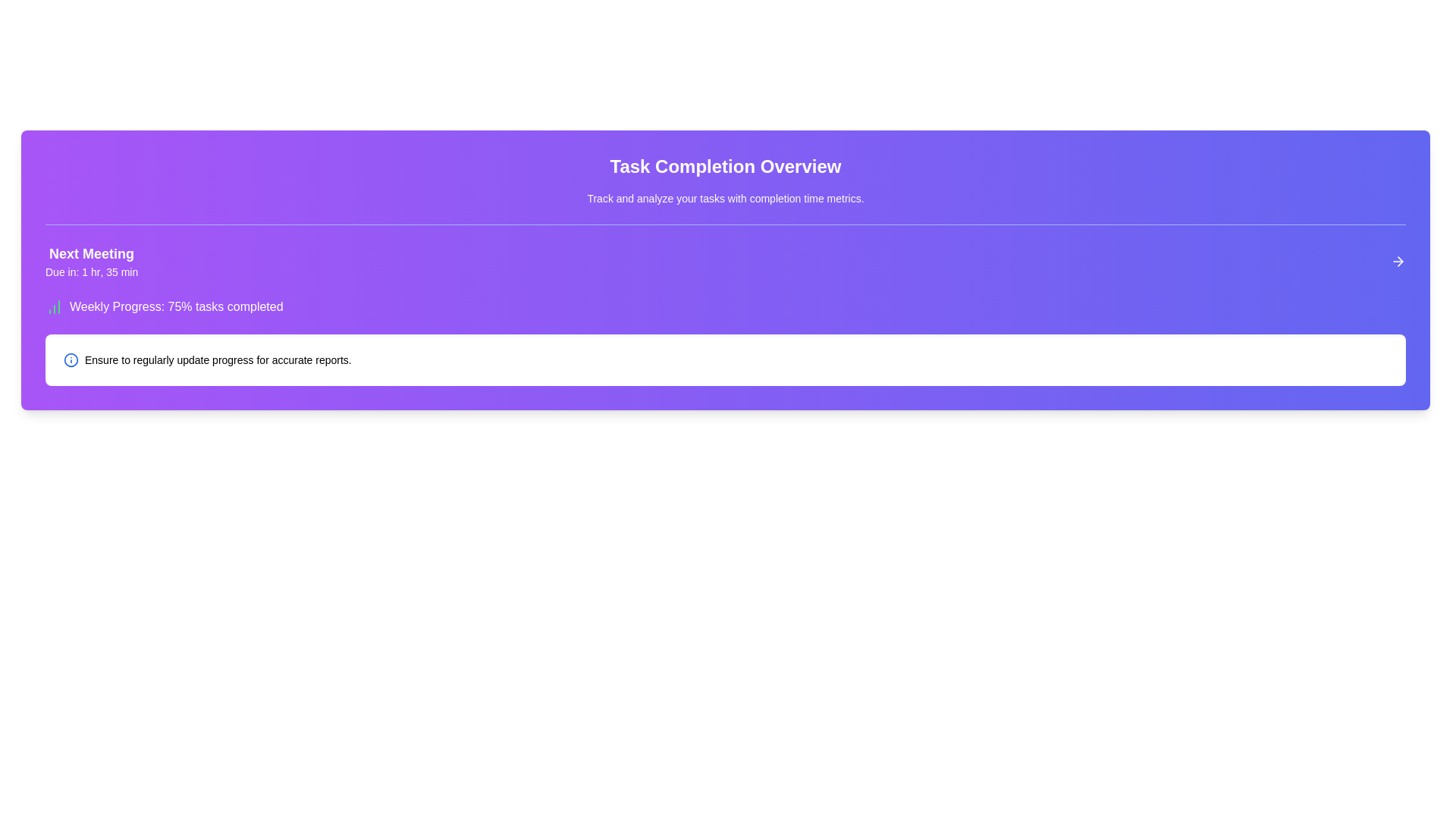 The image size is (1456, 819). Describe the element at coordinates (95, 271) in the screenshot. I see `the text label 'hr' in the timer indicating hours in 'Due in: 1 hr, 35 min', which is visually positioned near the top left of the central purple box` at that location.